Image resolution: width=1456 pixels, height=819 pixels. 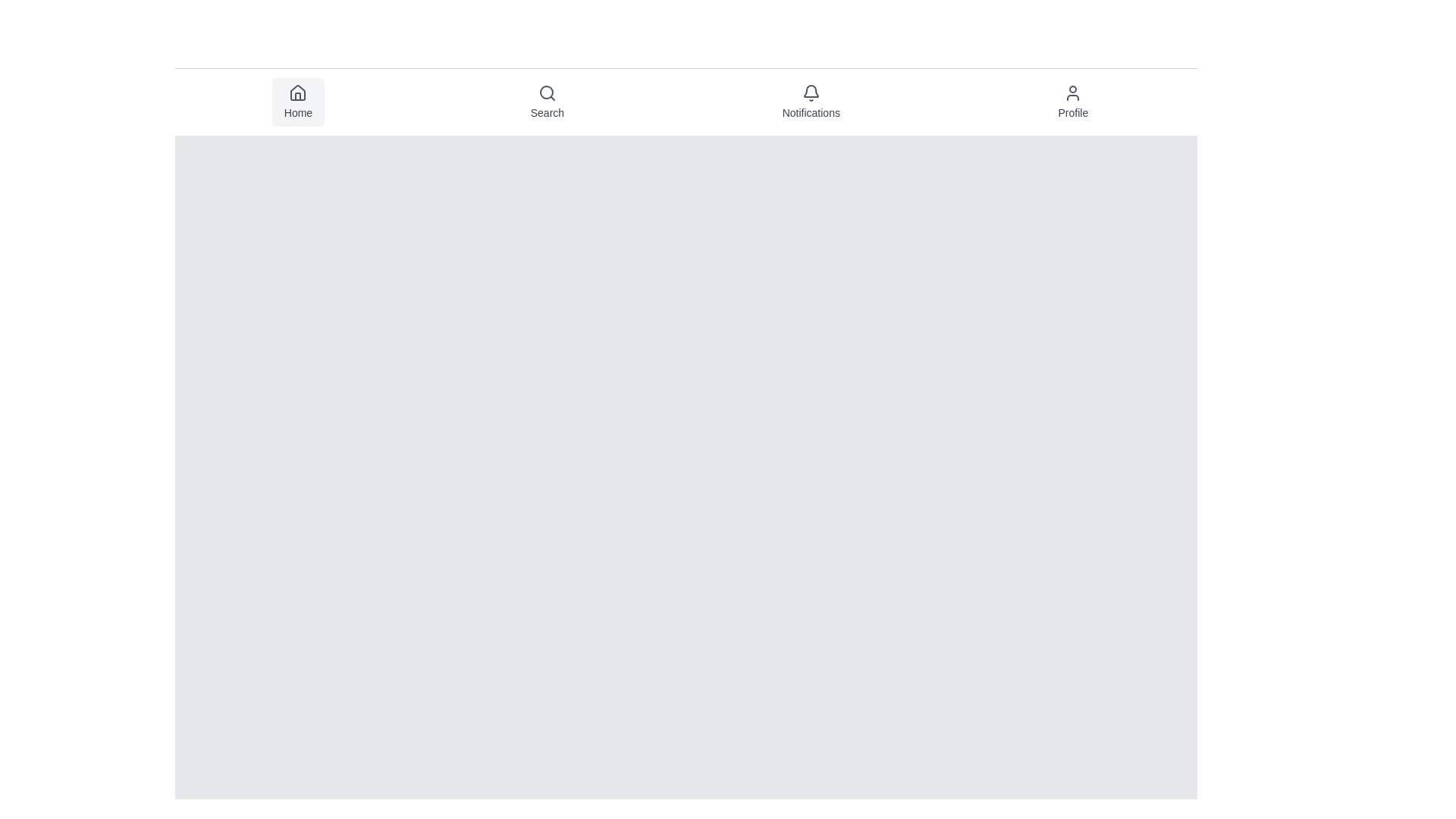 I want to click on 'Home' text label located in the navigation bar at the top of the interface, which is the first button among options like 'Search,' 'Notifications,' and 'Profile.', so click(x=298, y=112).